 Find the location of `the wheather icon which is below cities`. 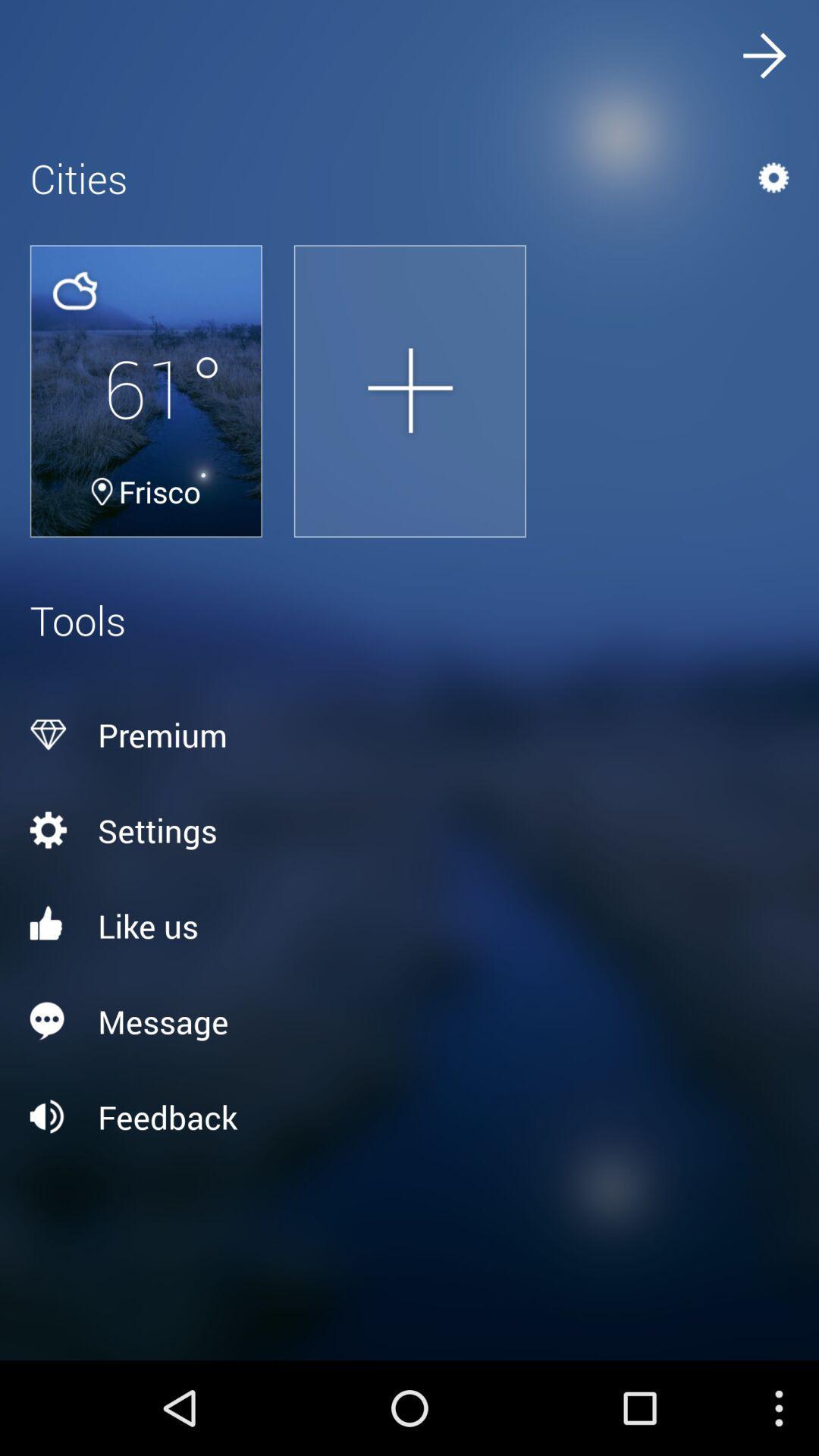

the wheather icon which is below cities is located at coordinates (74, 290).